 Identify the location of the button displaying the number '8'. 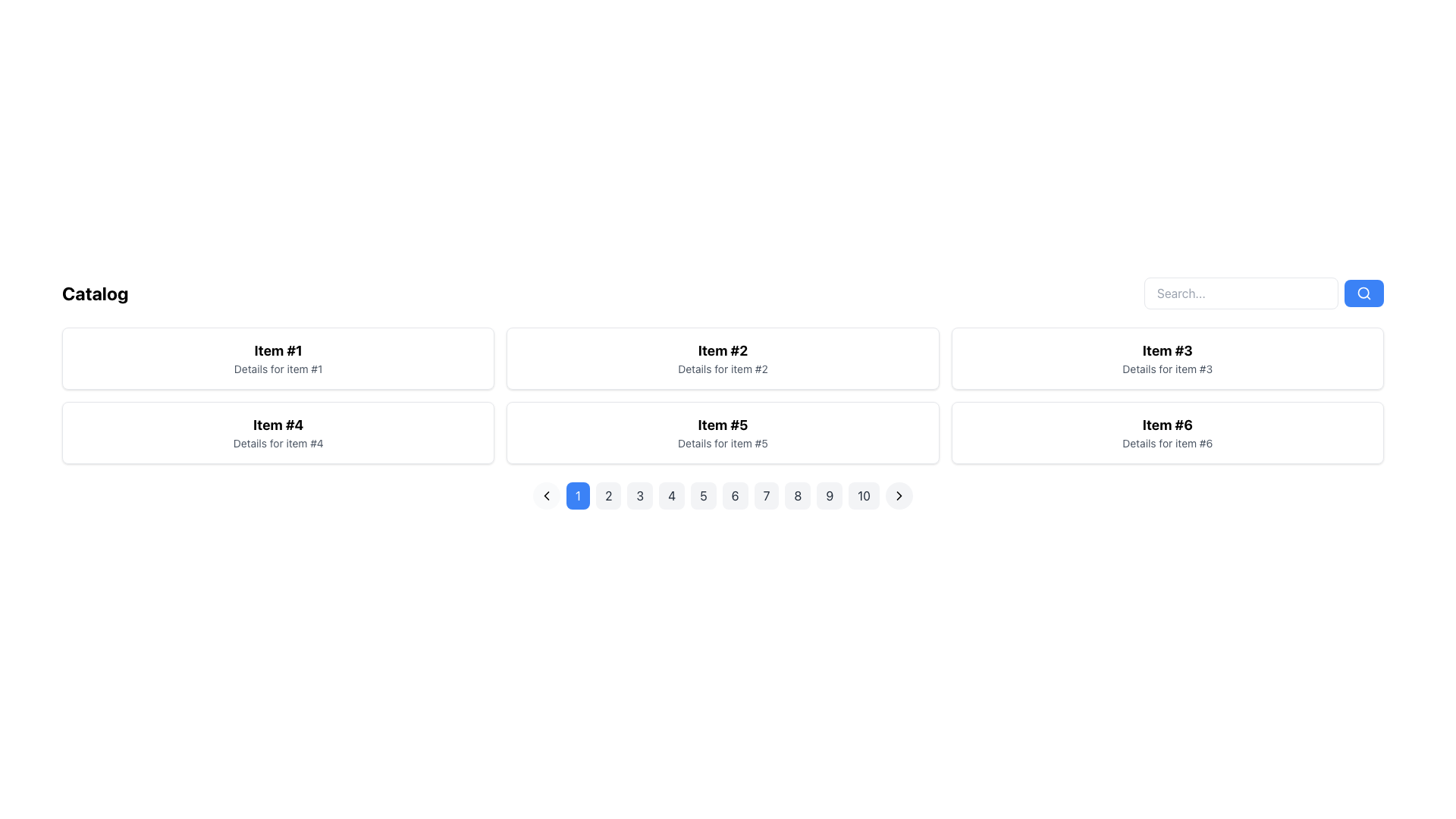
(797, 496).